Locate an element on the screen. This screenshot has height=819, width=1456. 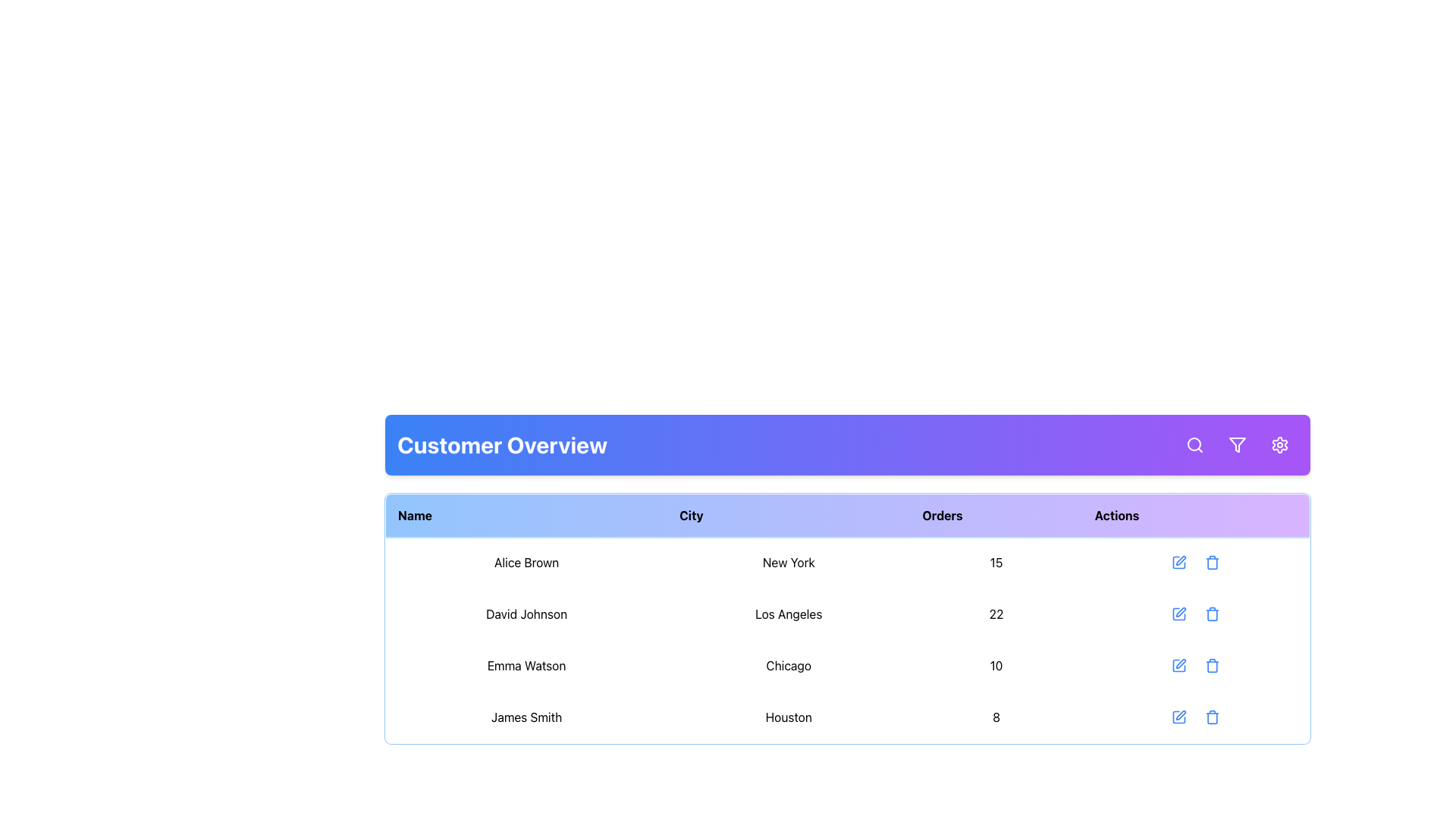
the static text label displaying the city name 'Houston' in the table under the 'City' column for the row associated with 'James Smith' is located at coordinates (789, 717).